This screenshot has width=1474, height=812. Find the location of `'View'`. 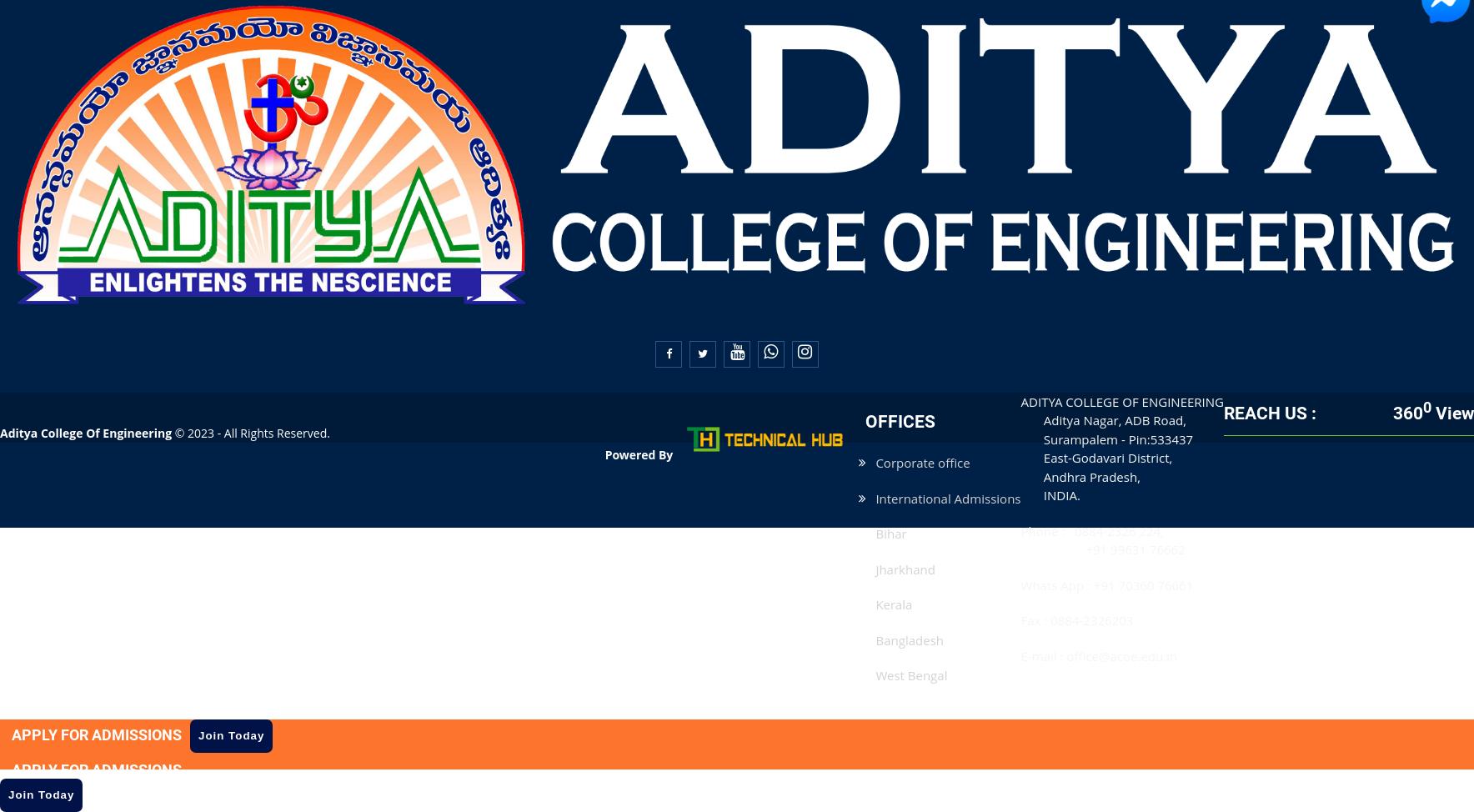

'View' is located at coordinates (1452, 412).